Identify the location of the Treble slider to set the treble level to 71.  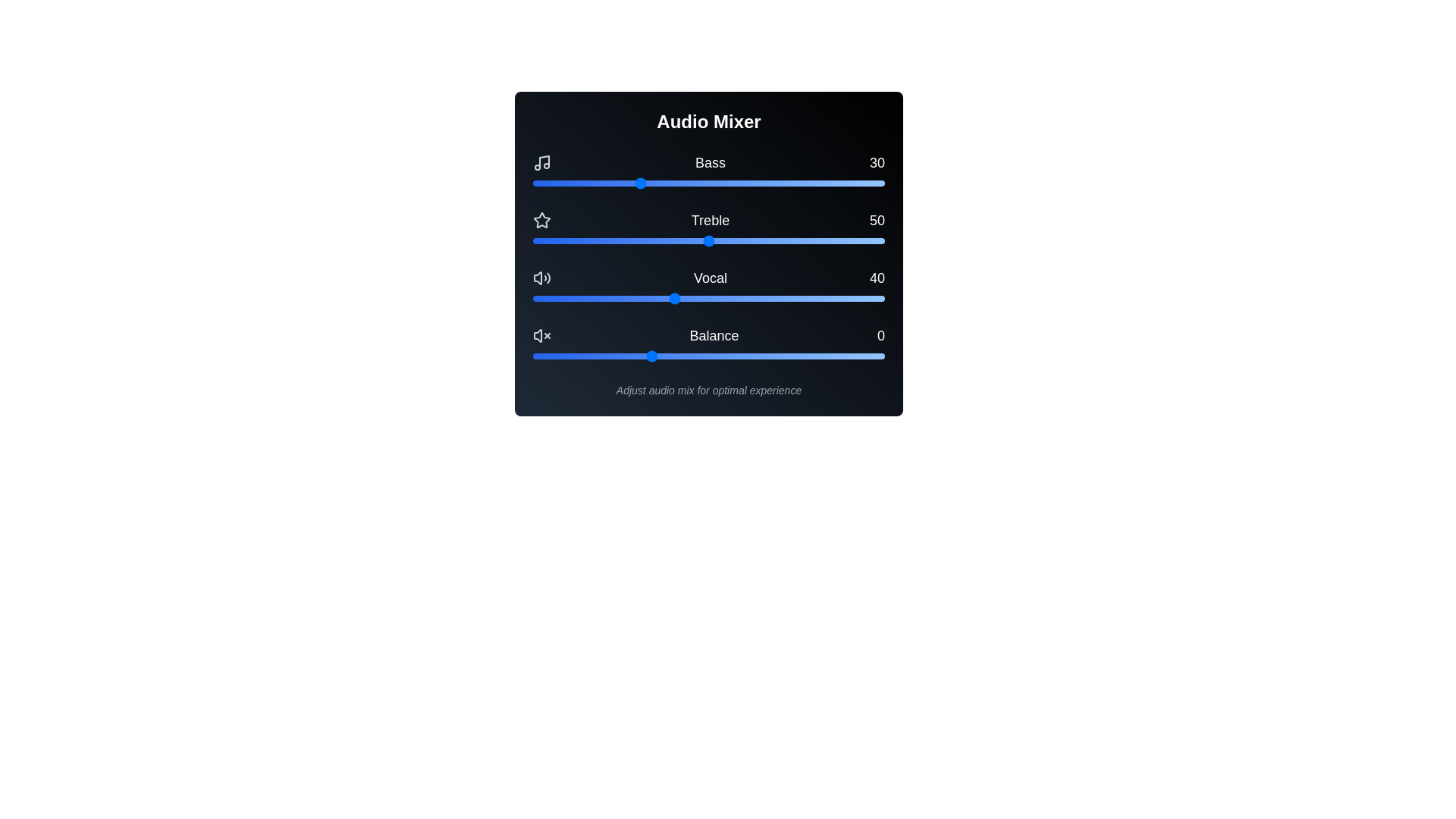
(783, 240).